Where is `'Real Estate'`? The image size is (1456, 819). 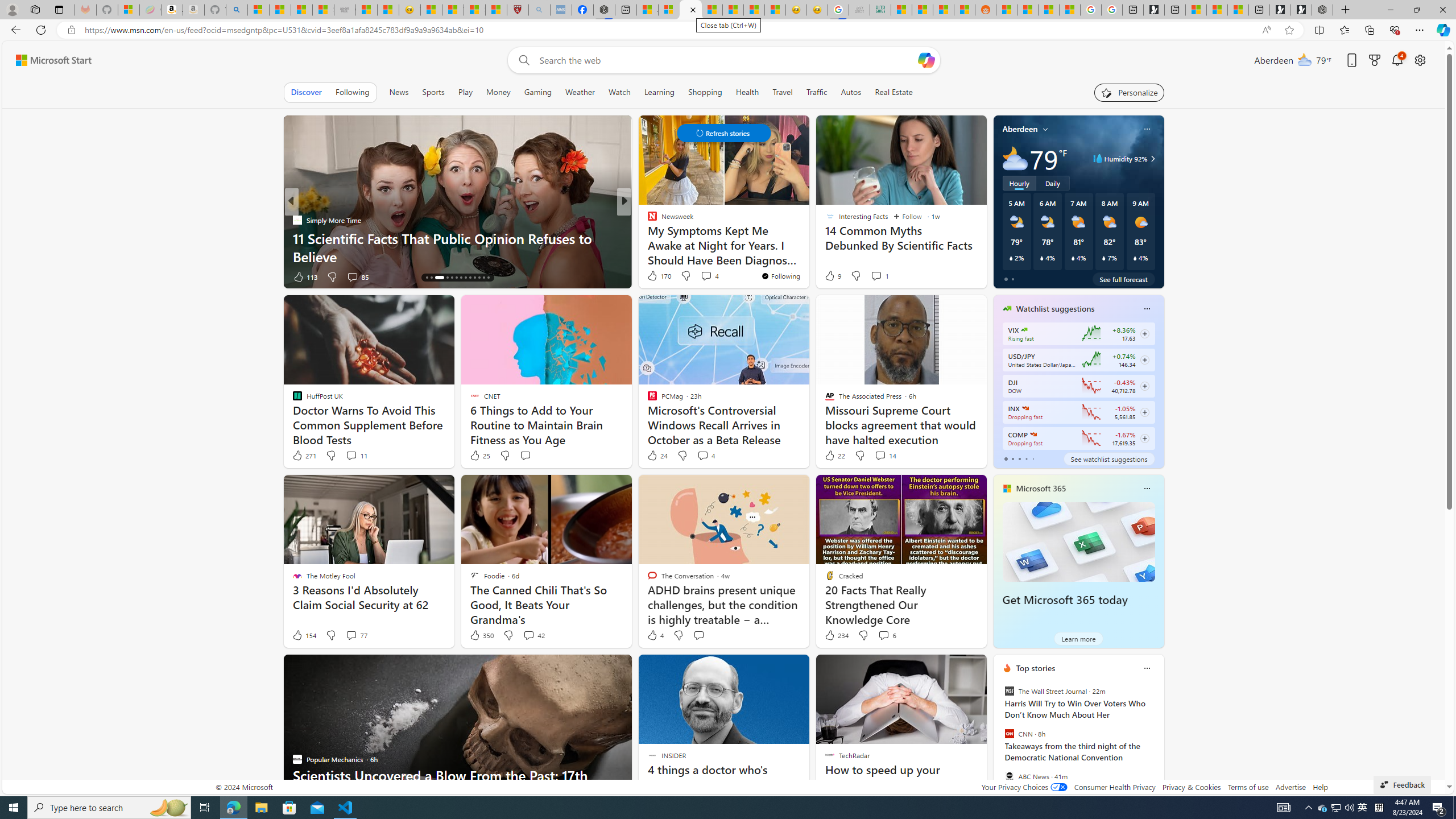 'Real Estate' is located at coordinates (893, 92).